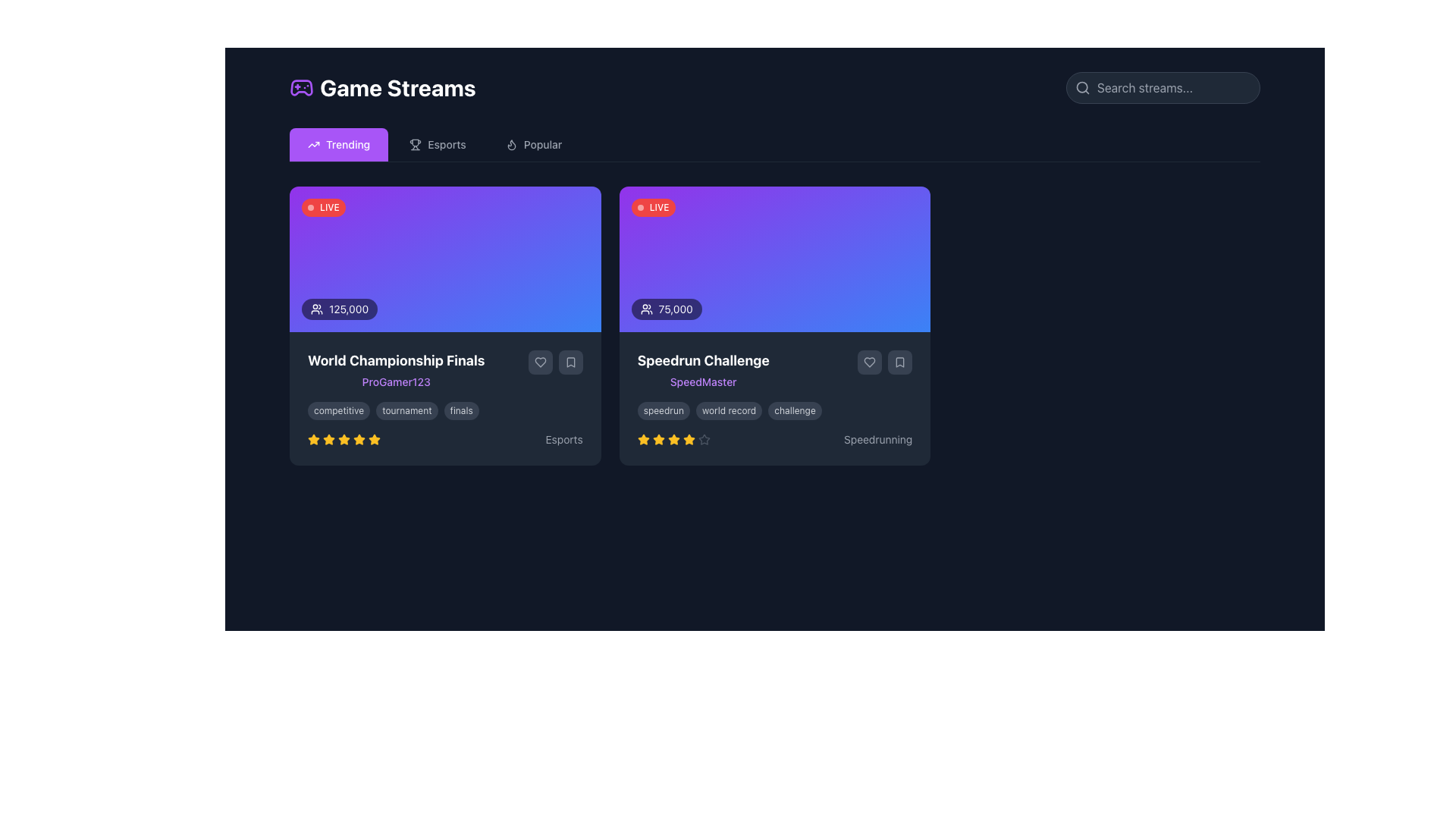  I want to click on the text label displaying the username 'ProGamer123', so click(396, 381).